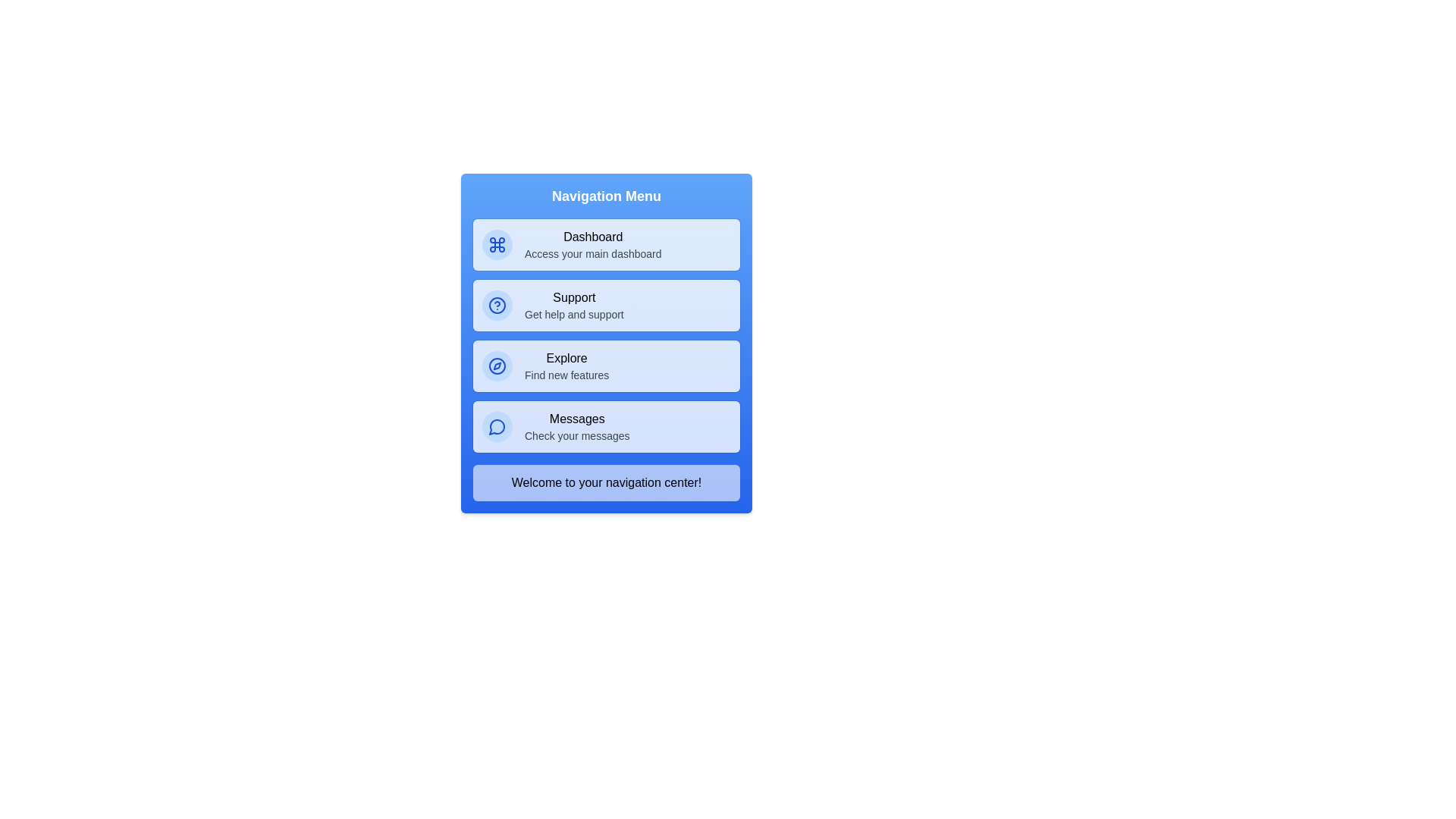 Image resolution: width=1456 pixels, height=819 pixels. Describe the element at coordinates (607, 305) in the screenshot. I see `the menu item corresponding to Support` at that location.